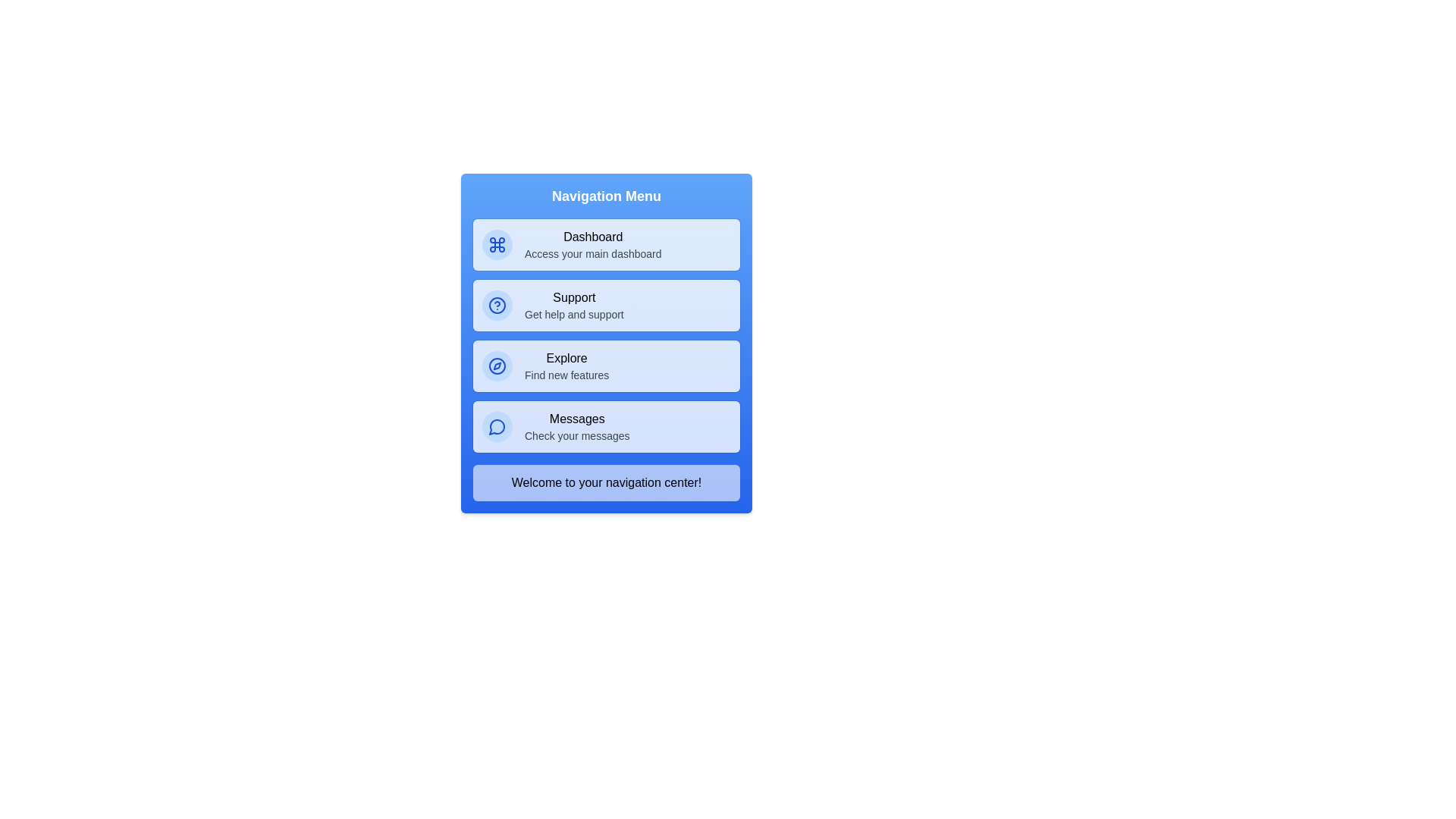 Image resolution: width=1456 pixels, height=819 pixels. Describe the element at coordinates (607, 305) in the screenshot. I see `the menu item corresponding to Support` at that location.